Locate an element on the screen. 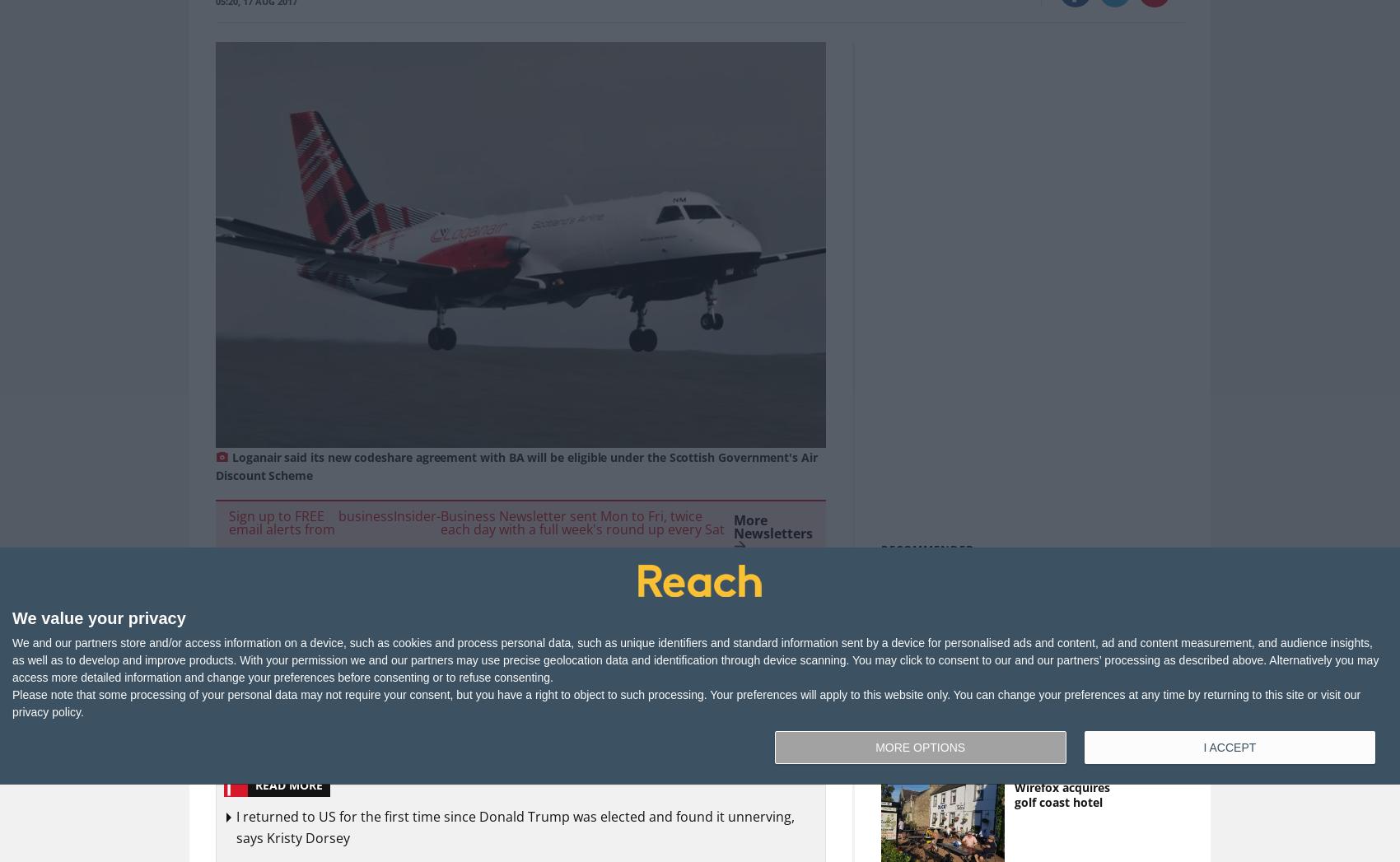  'businessInsider' is located at coordinates (386, 515).